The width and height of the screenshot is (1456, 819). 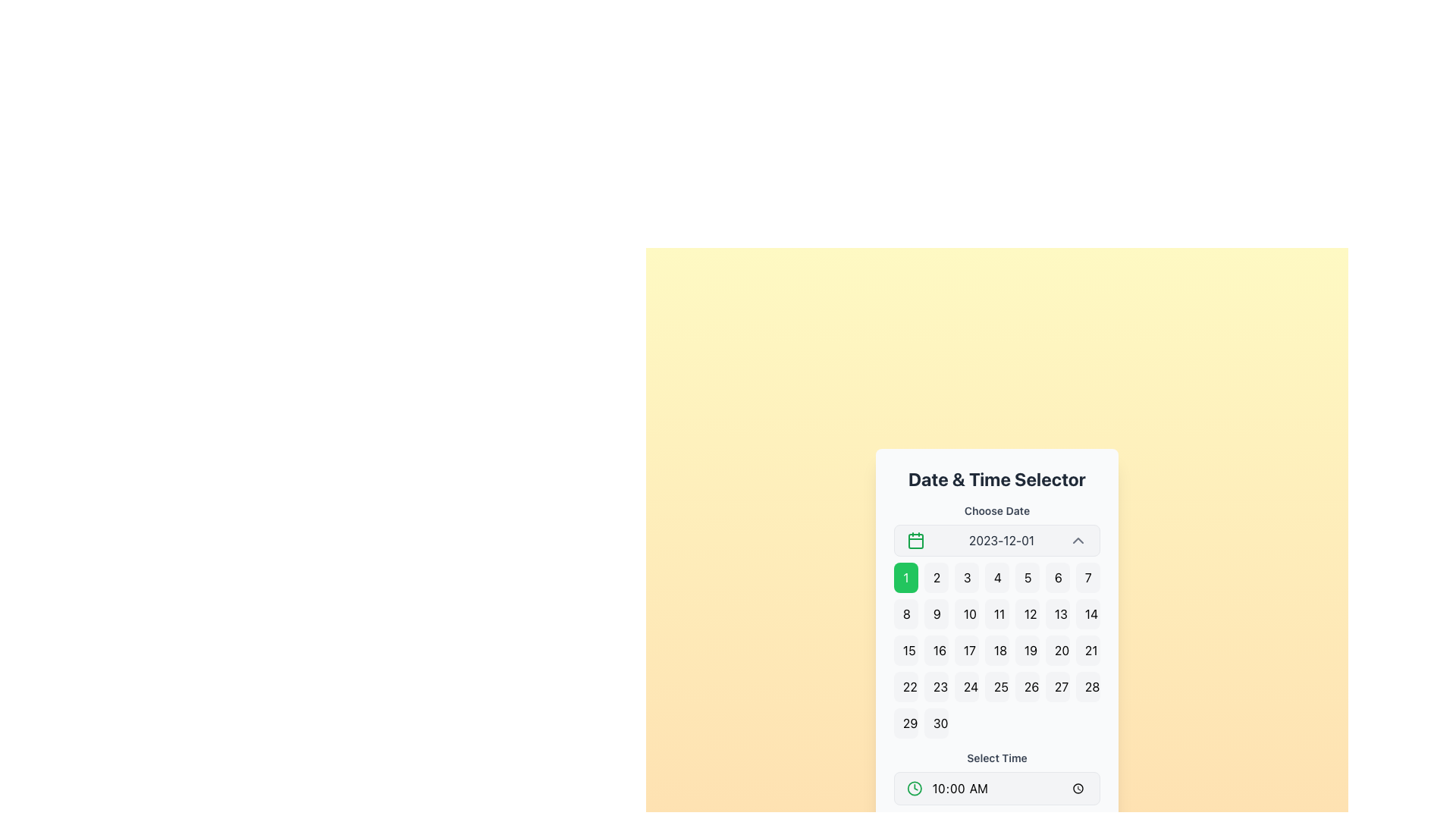 I want to click on the day selector button located in the second row, seventh column of the date picker grid, so click(x=1087, y=614).